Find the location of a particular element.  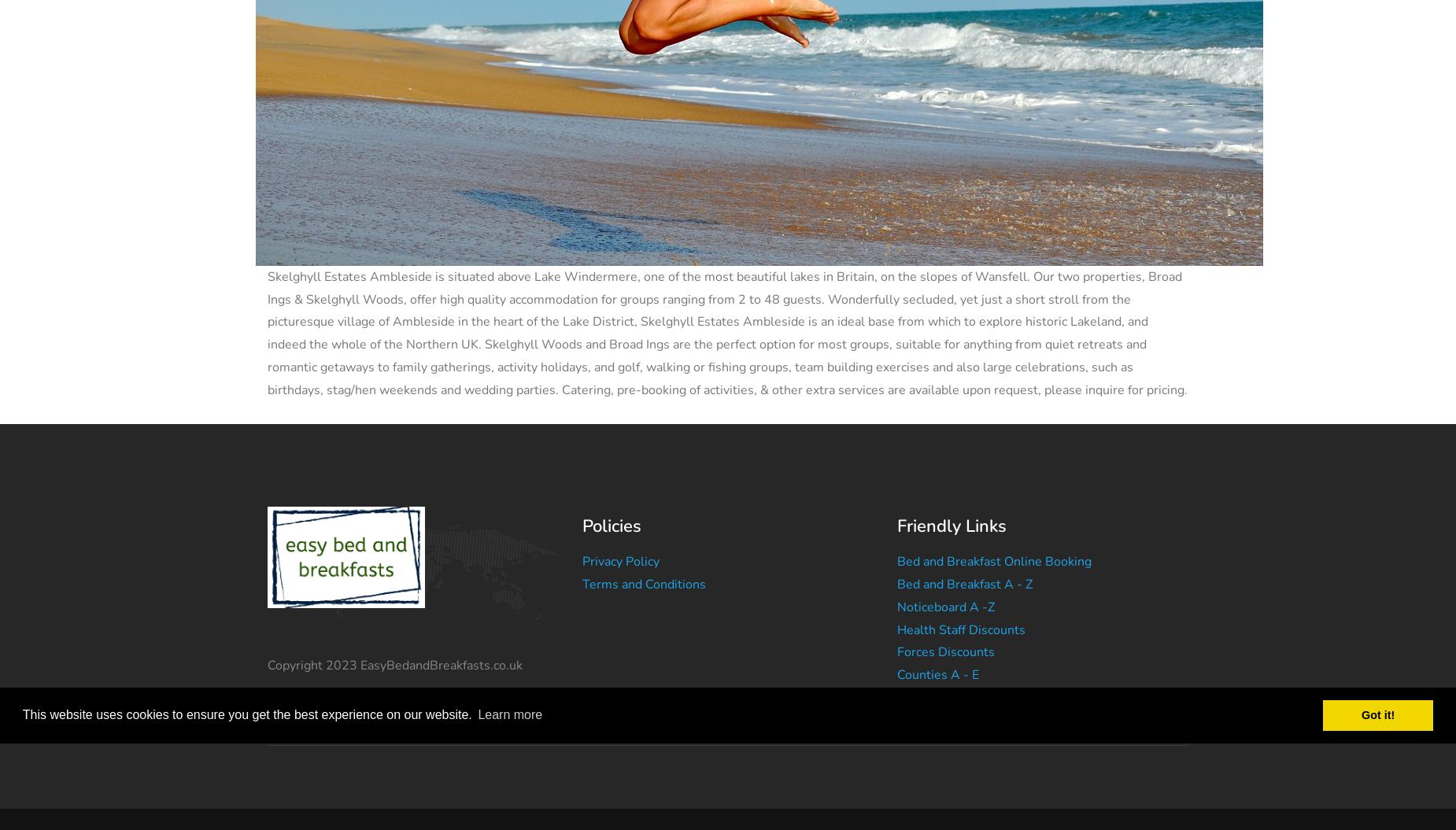

'Bed and Breakfast A - Z' is located at coordinates (963, 583).